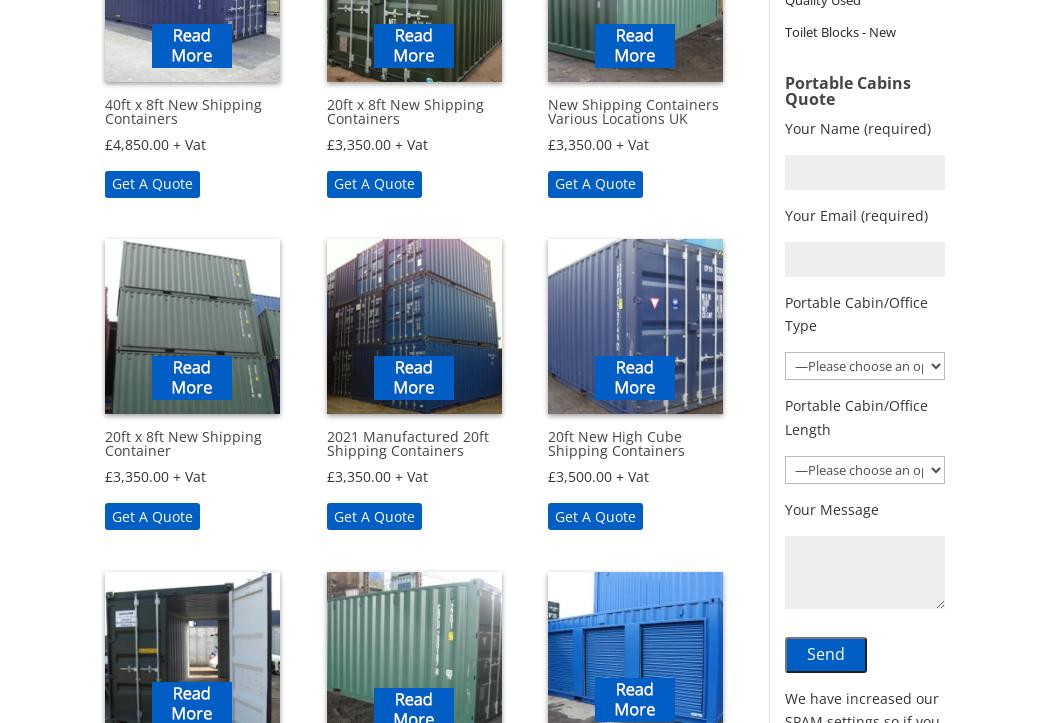 The image size is (1050, 723). What do you see at coordinates (784, 214) in the screenshot?
I see `'Your Email (required)'` at bounding box center [784, 214].